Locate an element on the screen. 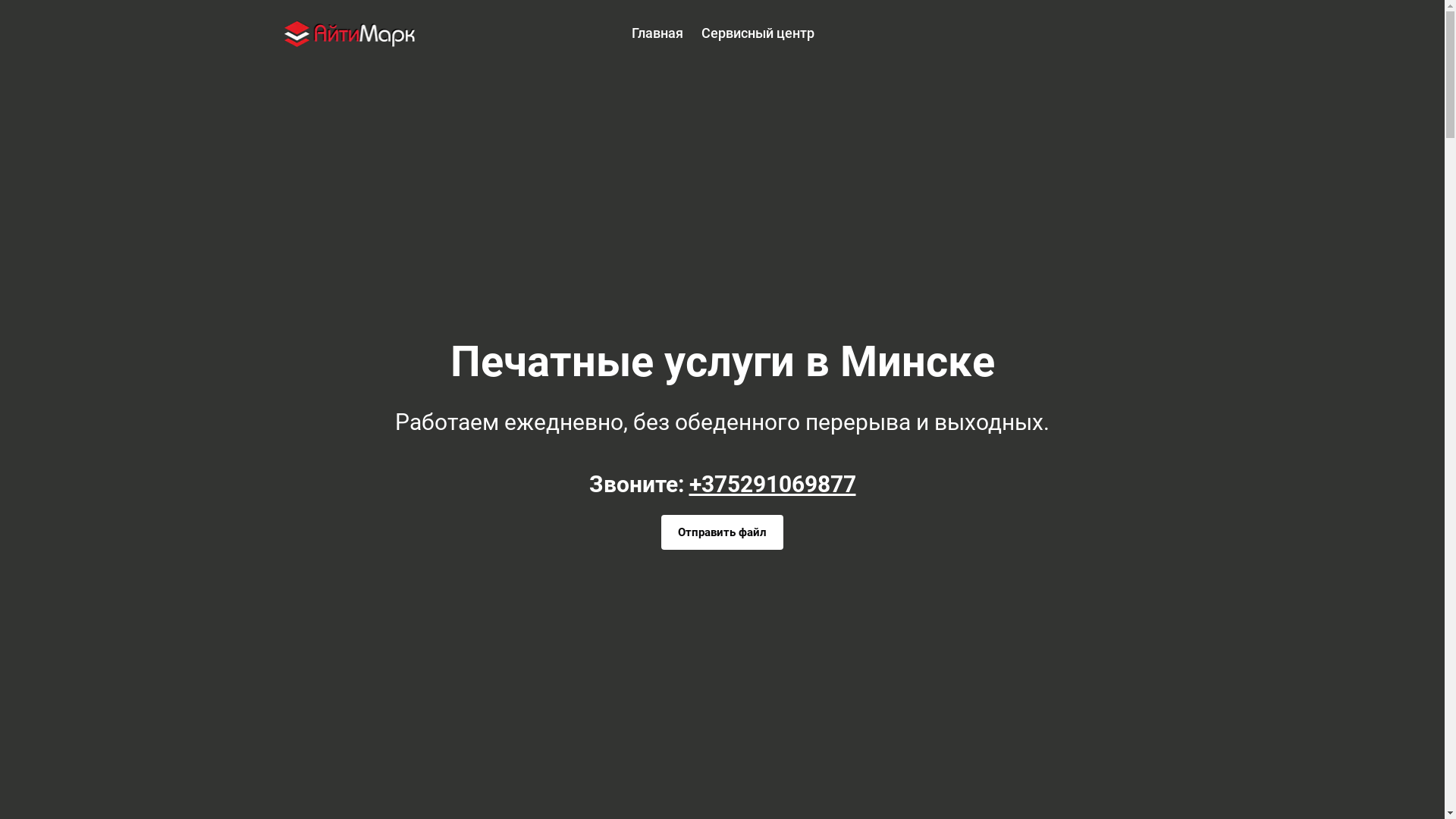 Image resolution: width=1456 pixels, height=819 pixels. '+375291069877' is located at coordinates (771, 484).